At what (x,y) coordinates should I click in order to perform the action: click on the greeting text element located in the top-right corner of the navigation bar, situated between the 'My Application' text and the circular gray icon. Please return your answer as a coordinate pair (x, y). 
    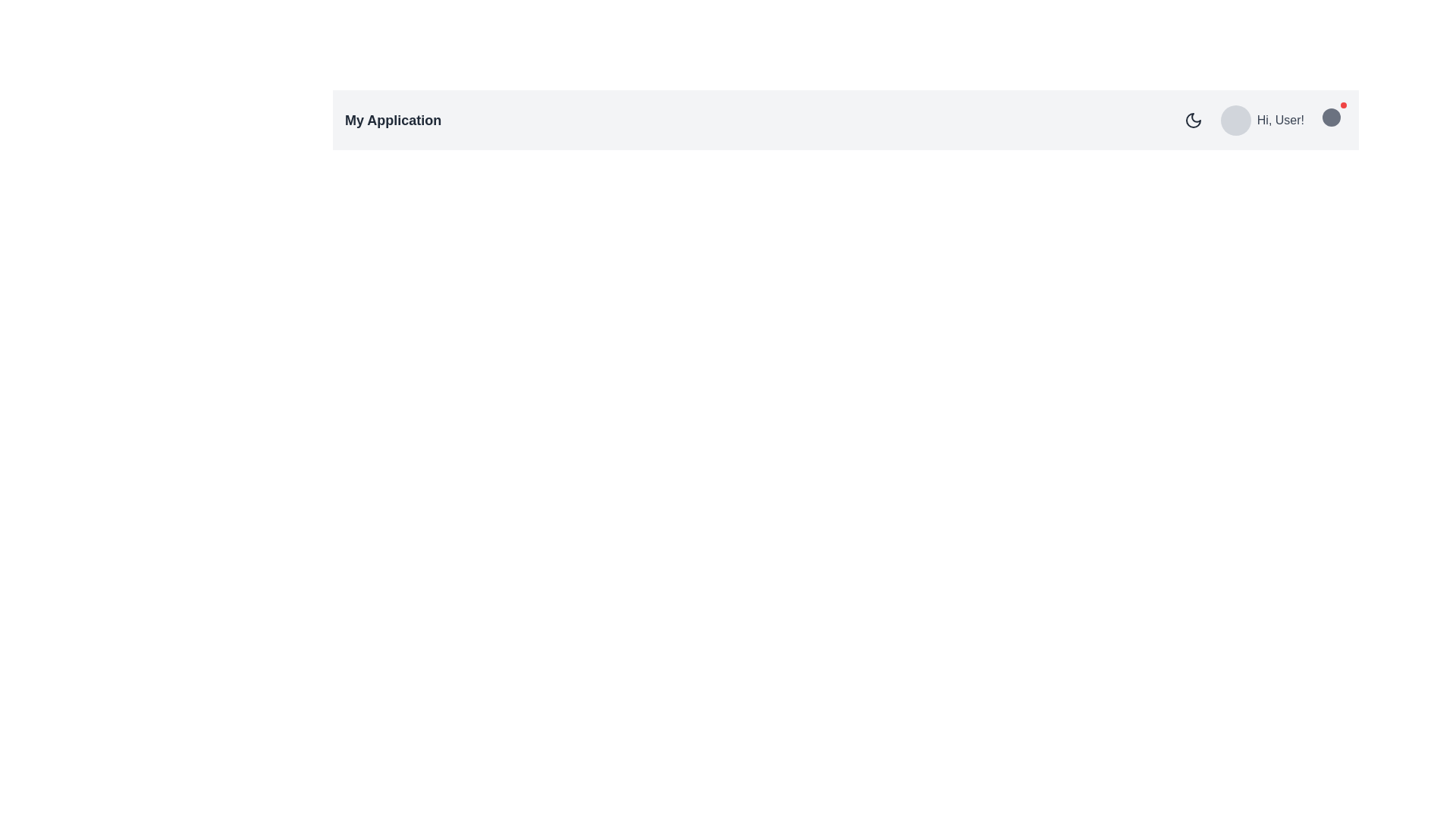
    Looking at the image, I should click on (1262, 119).